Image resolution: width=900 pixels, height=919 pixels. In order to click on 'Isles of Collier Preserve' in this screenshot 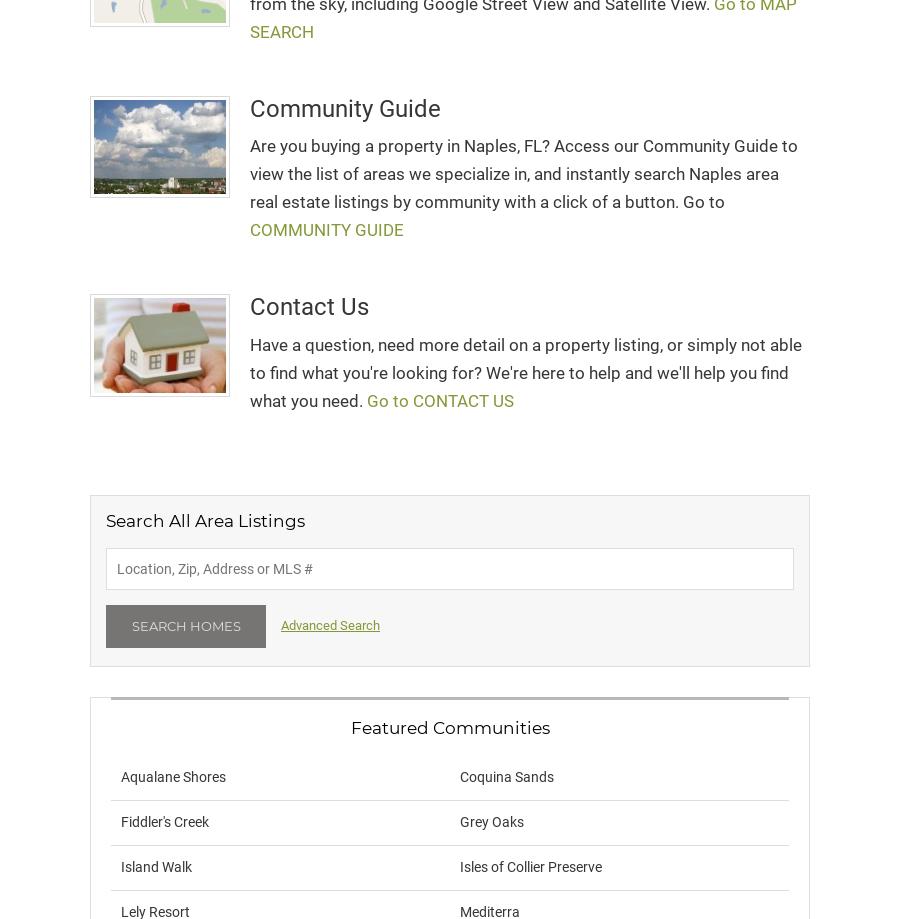, I will do `click(530, 865)`.